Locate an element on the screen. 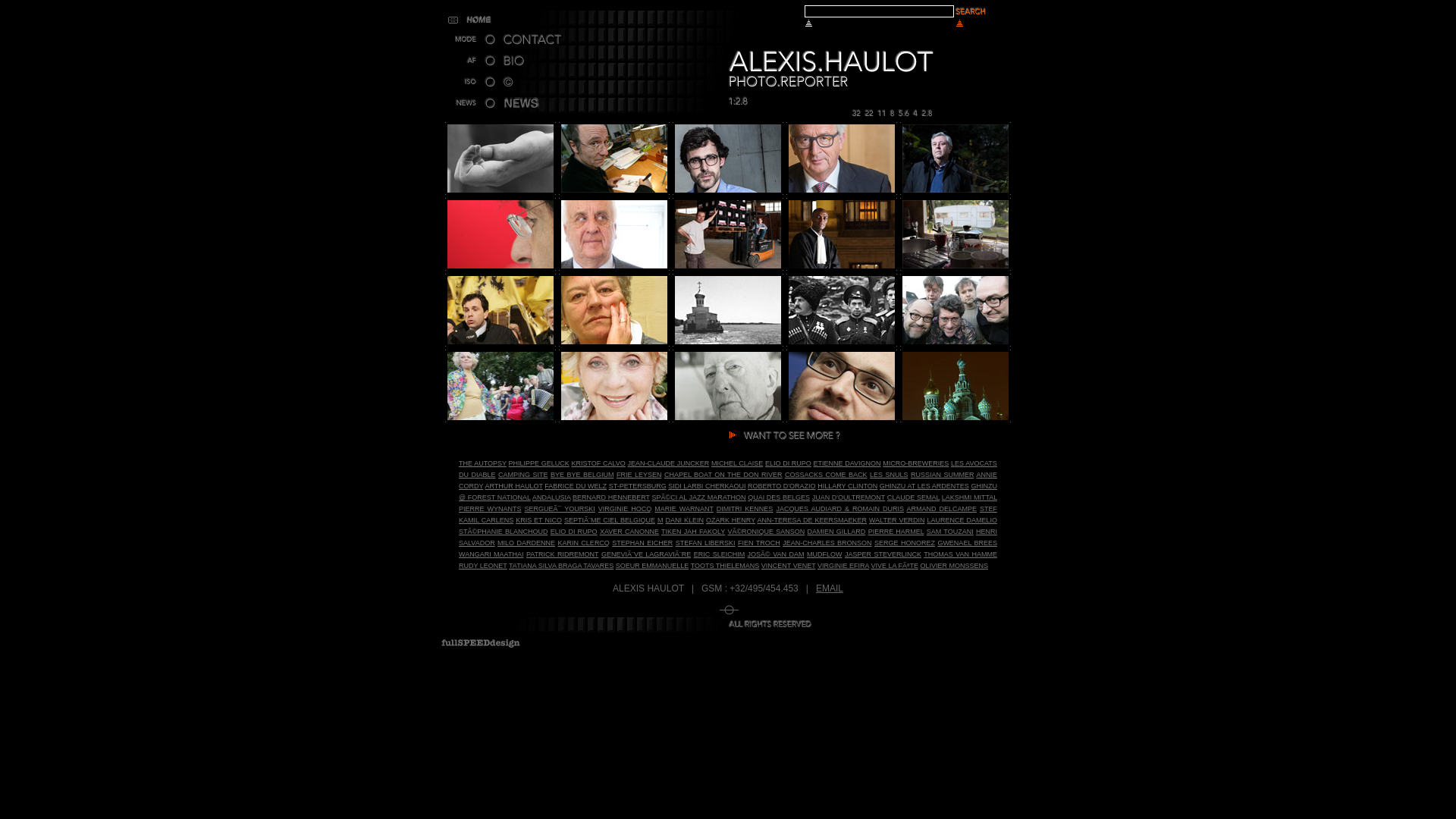 The image size is (1456, 819). 'ANN-TERESA DE KEERSMAEKER' is located at coordinates (757, 519).